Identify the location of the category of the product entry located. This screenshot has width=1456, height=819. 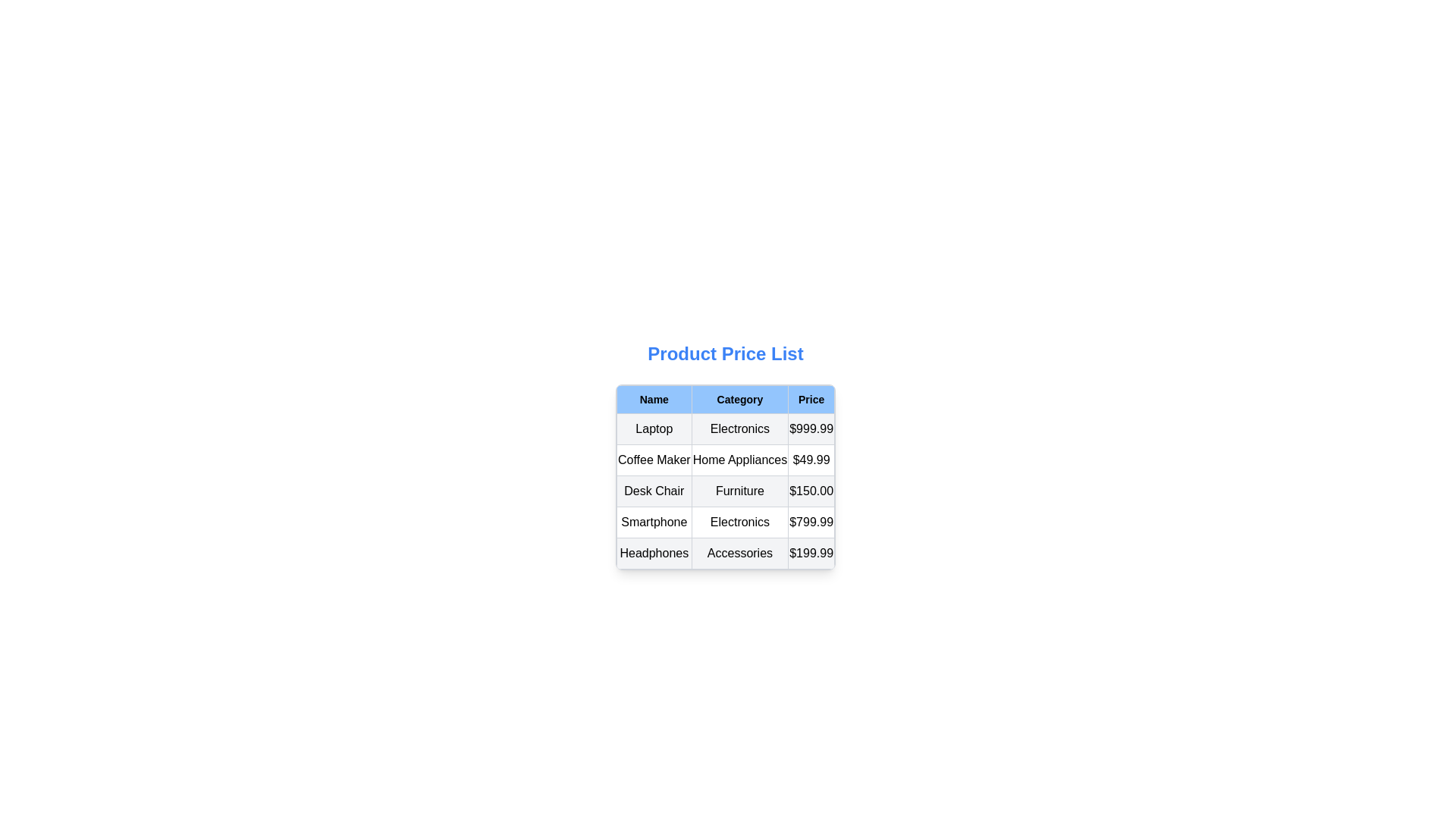
(724, 459).